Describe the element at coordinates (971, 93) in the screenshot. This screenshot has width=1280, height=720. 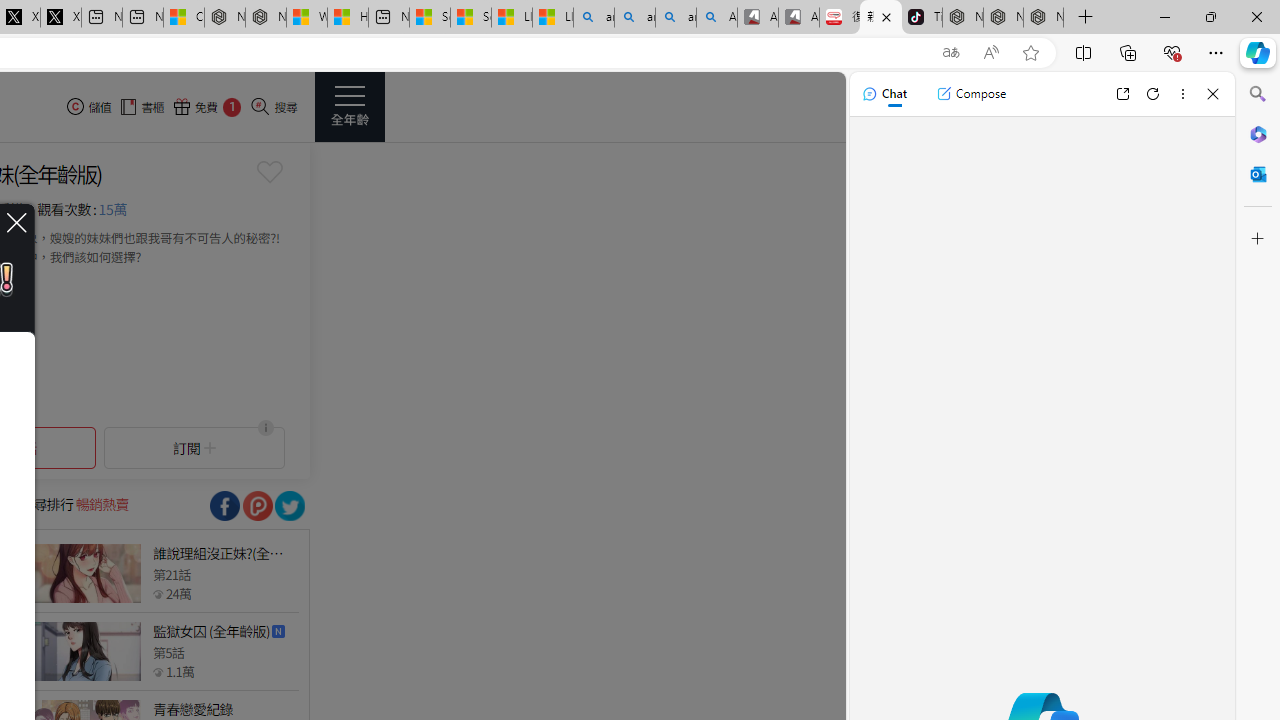
I see `'Compose'` at that location.